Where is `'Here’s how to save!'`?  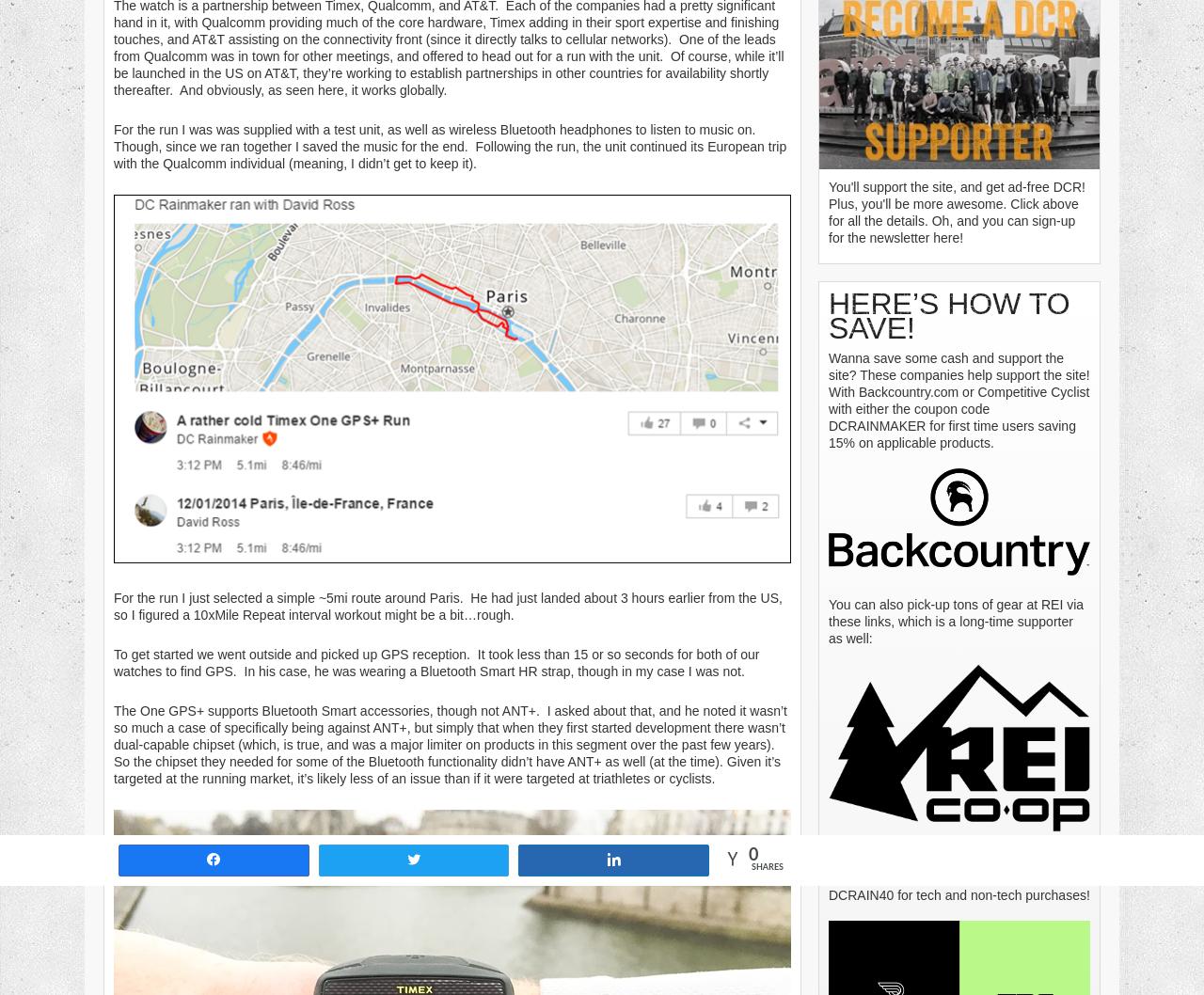
'Here’s how to save!' is located at coordinates (949, 313).